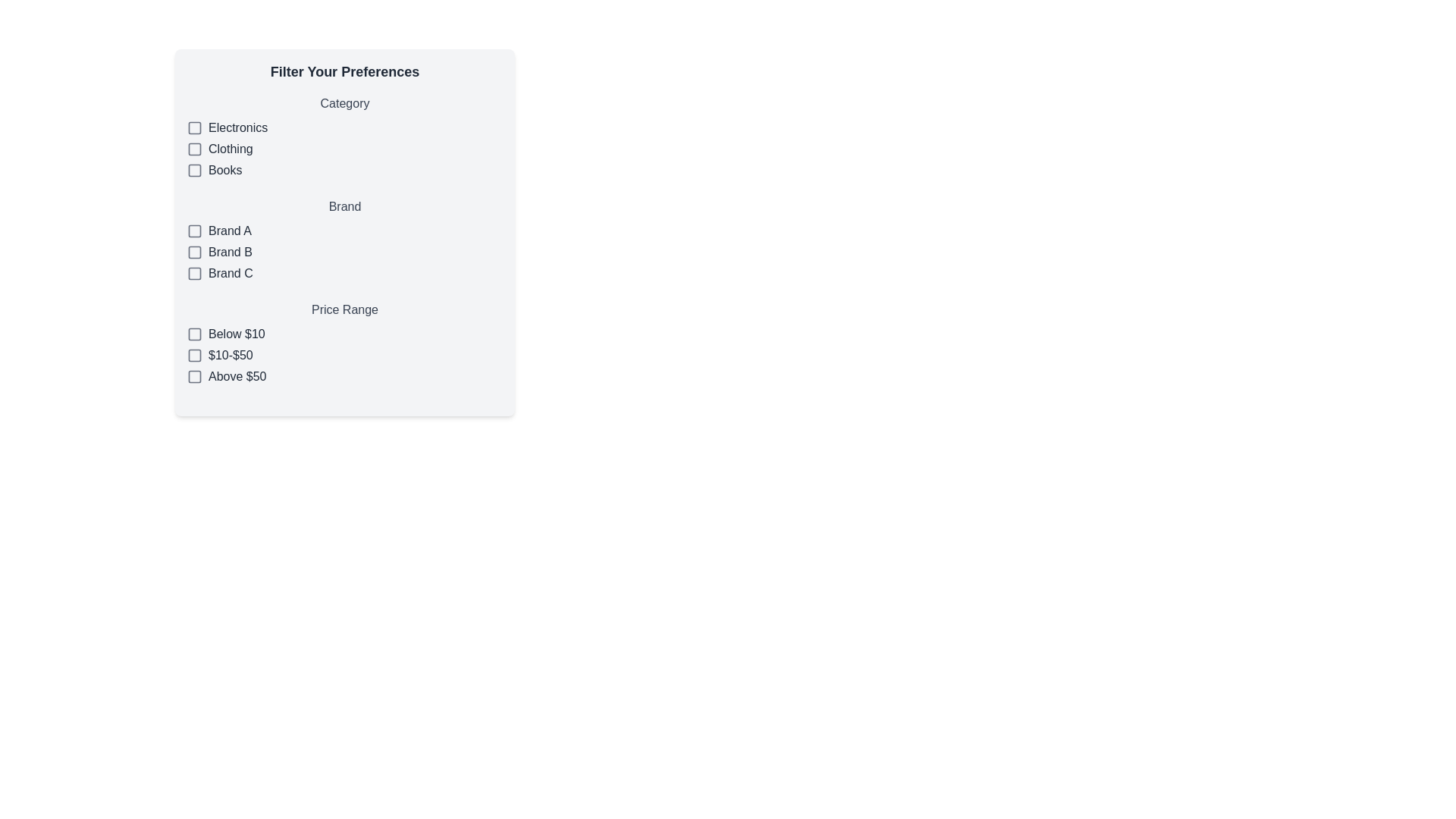 This screenshot has width=1456, height=819. I want to click on the 'Electronics' checkbox using keyboard navigation to focus on it for selection, so click(194, 127).